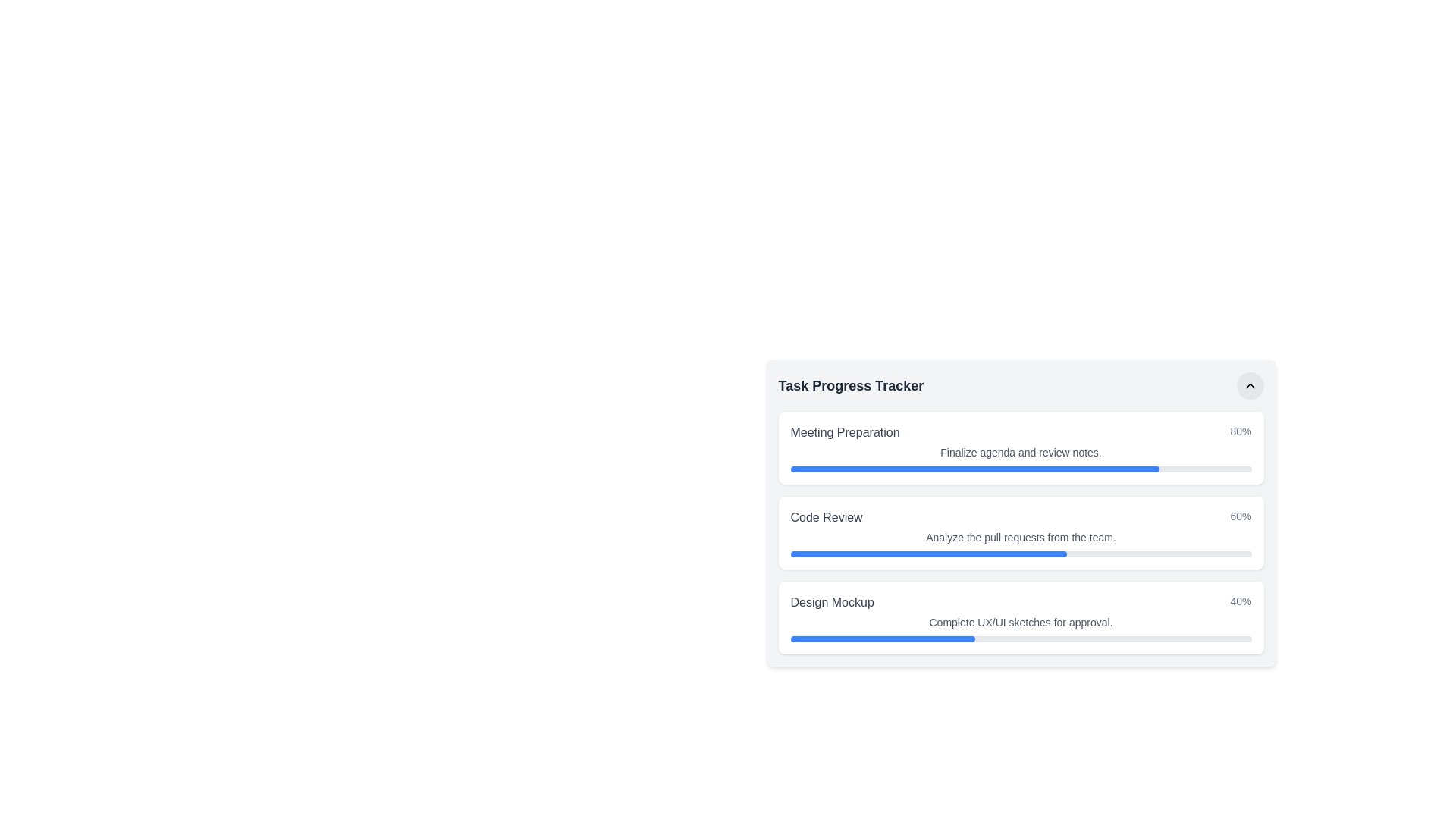  I want to click on the horizontal progress bar indicating approximately 40% completion in the 'Design Mockup' row of the 'Task Progress Tracker' section, so click(883, 639).